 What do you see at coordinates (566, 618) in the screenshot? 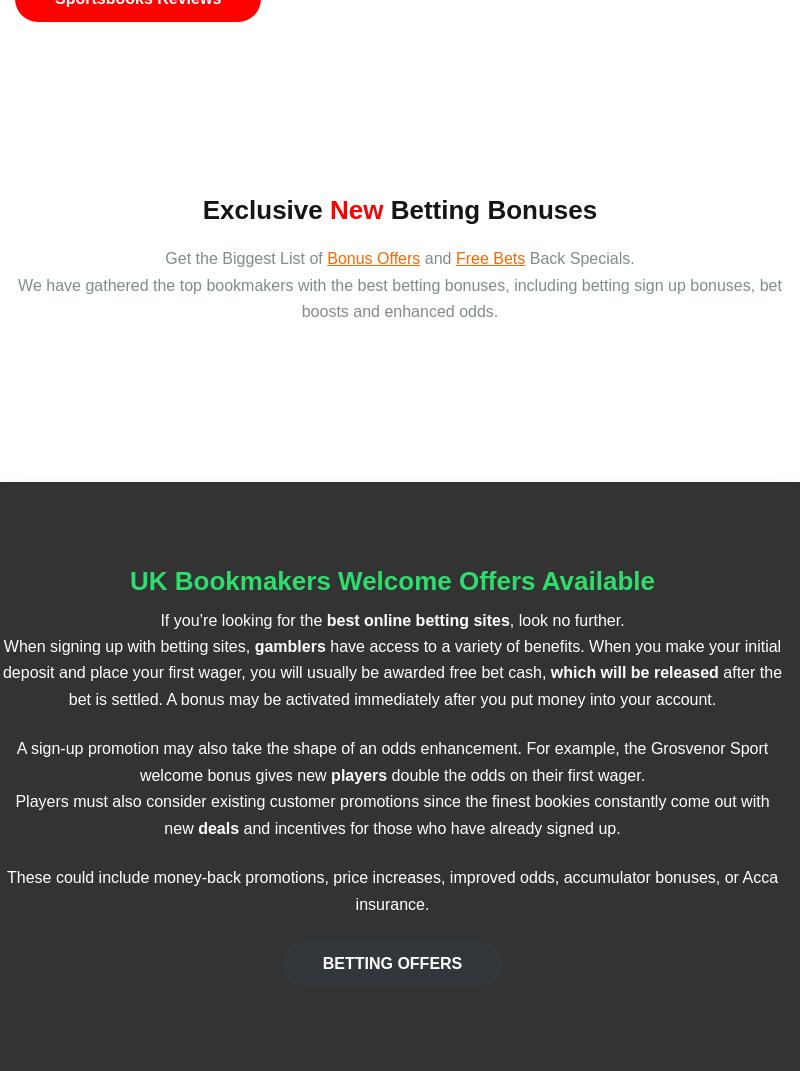
I see `', look no further.'` at bounding box center [566, 618].